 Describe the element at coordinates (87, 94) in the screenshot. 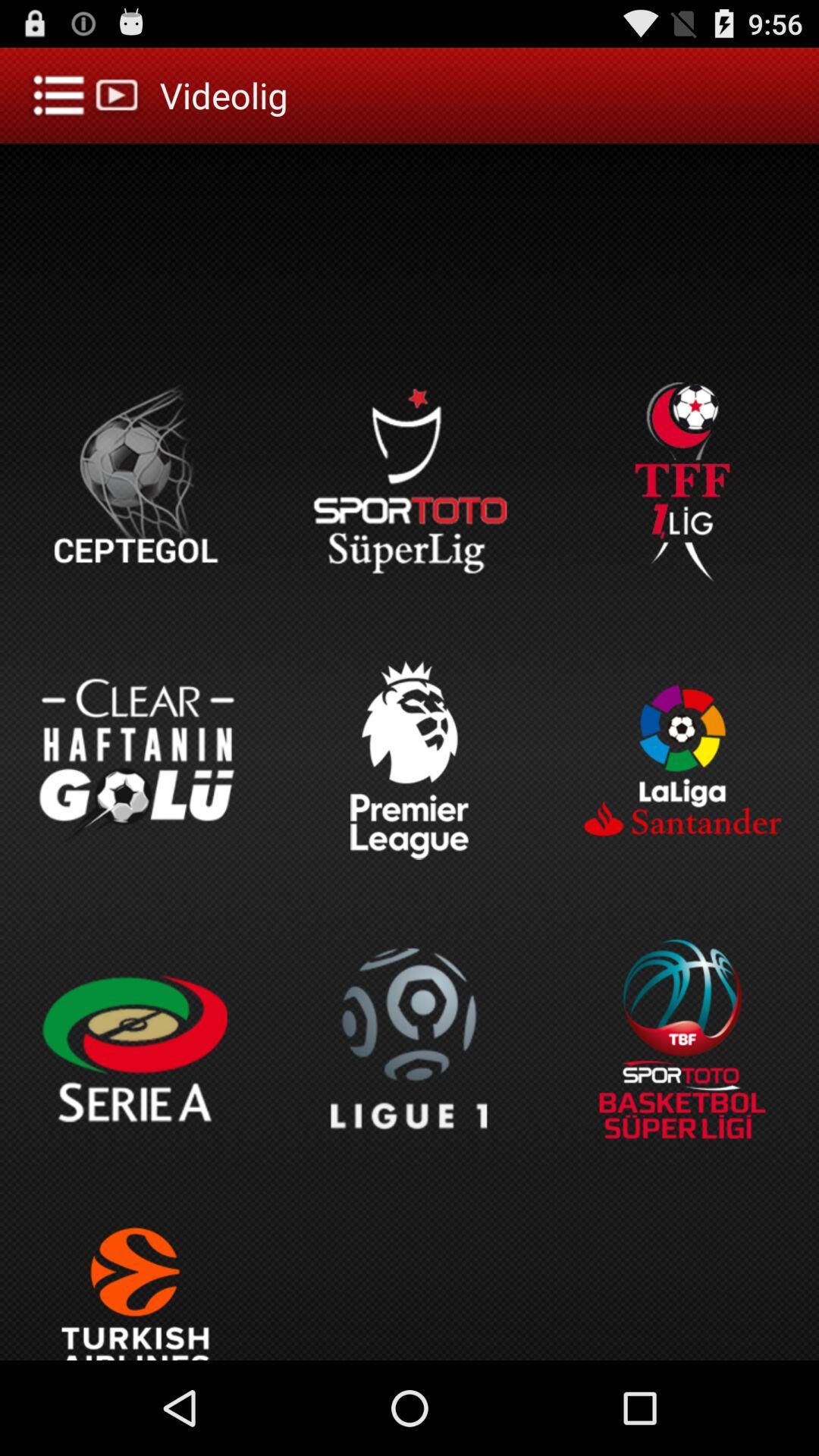

I see `the icon beside the videolig` at that location.